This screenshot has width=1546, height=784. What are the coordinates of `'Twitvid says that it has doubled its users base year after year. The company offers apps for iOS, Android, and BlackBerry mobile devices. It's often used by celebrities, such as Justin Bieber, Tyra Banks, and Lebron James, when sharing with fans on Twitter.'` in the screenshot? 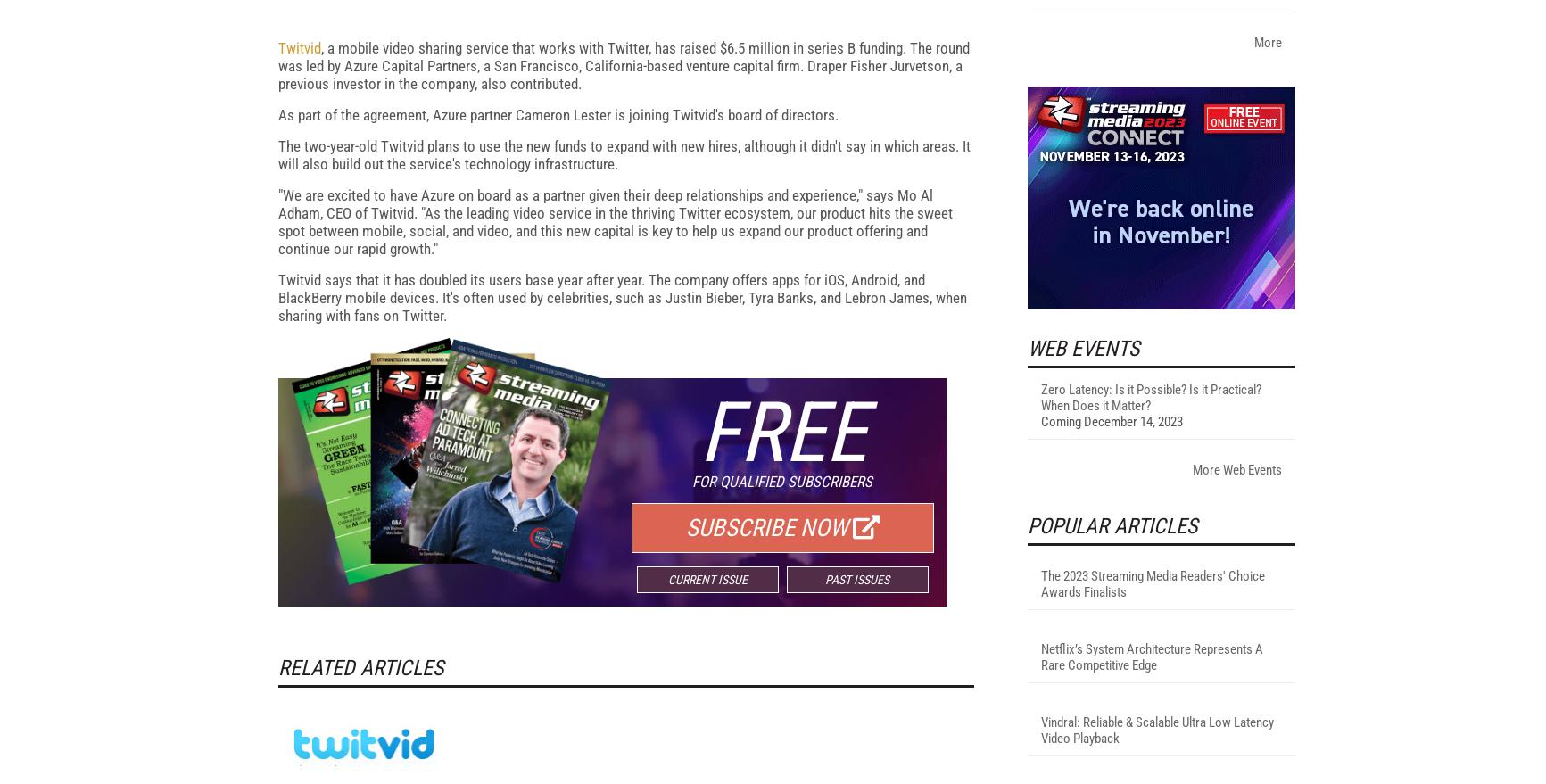 It's located at (622, 529).